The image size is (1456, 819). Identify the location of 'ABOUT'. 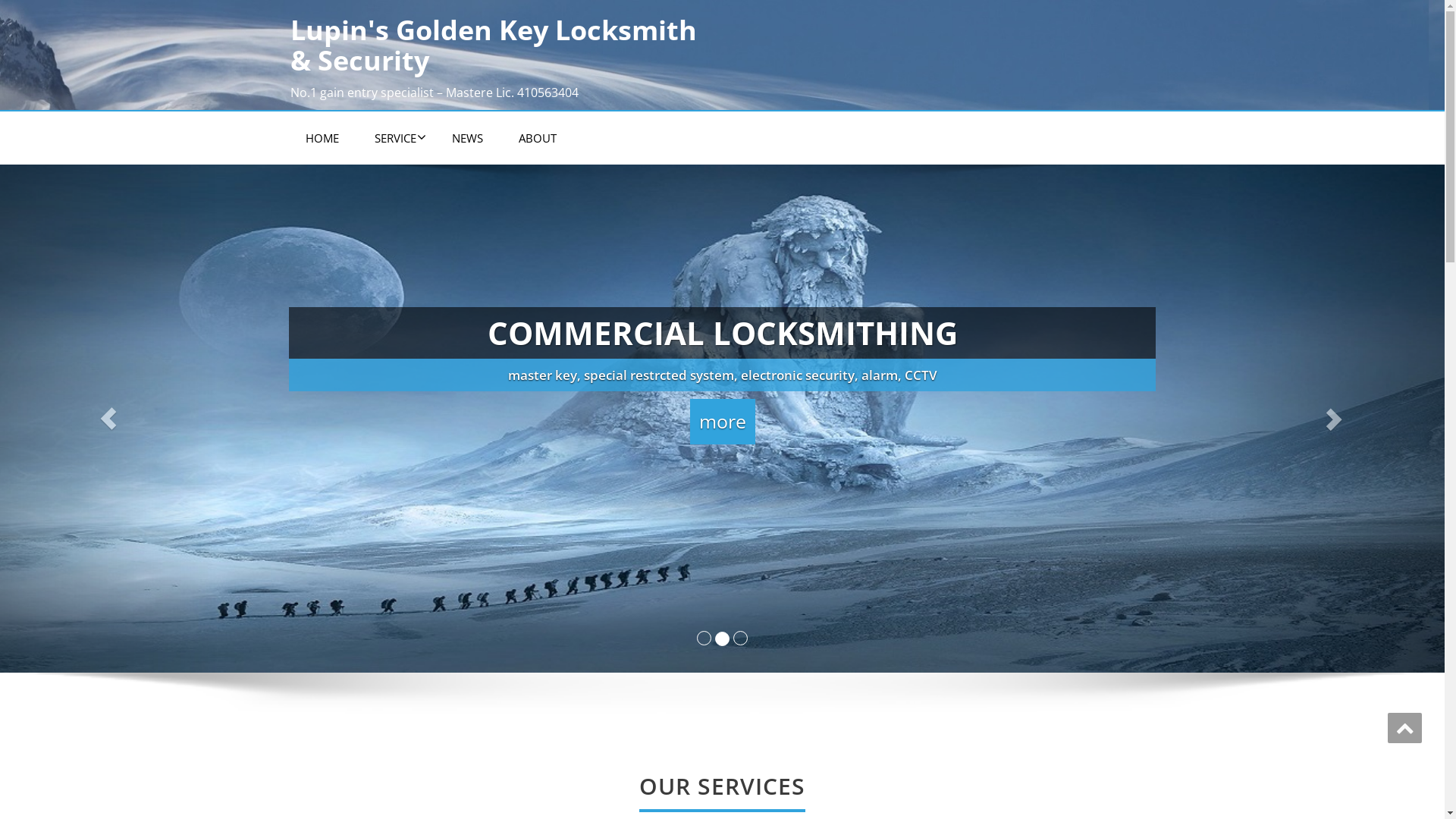
(538, 137).